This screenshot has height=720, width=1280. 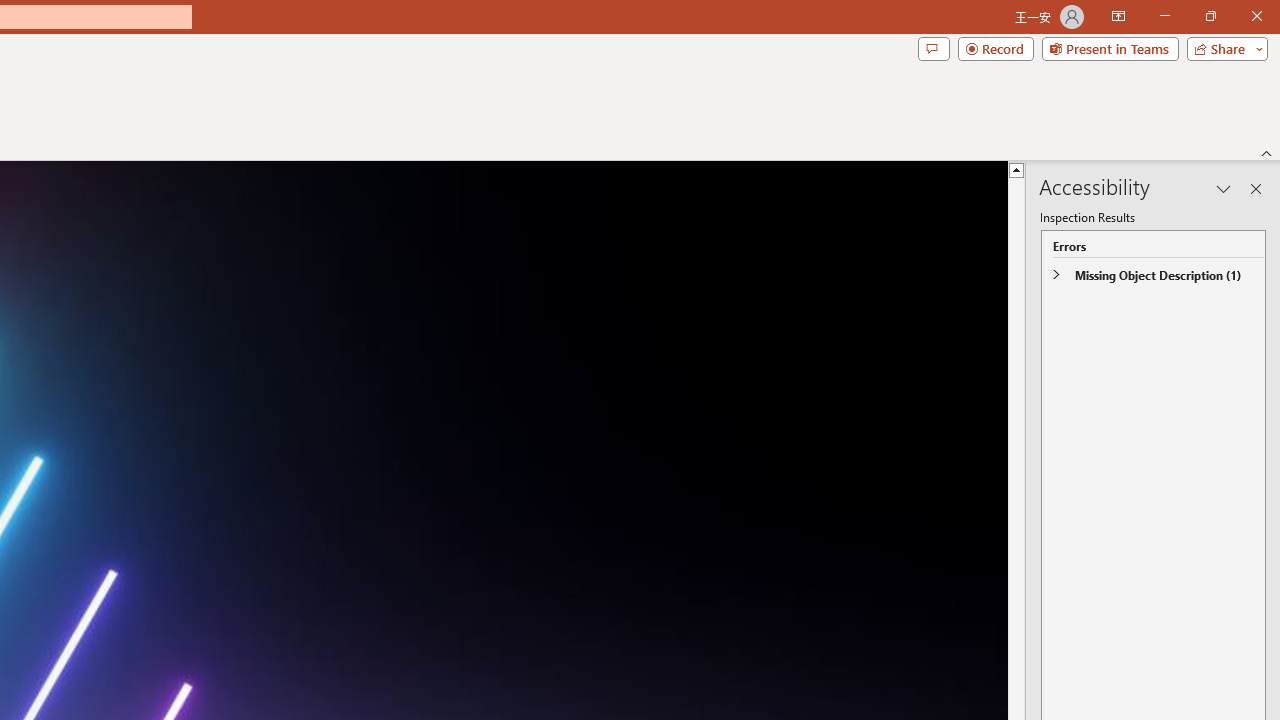 I want to click on 'Restore Down', so click(x=1209, y=16).